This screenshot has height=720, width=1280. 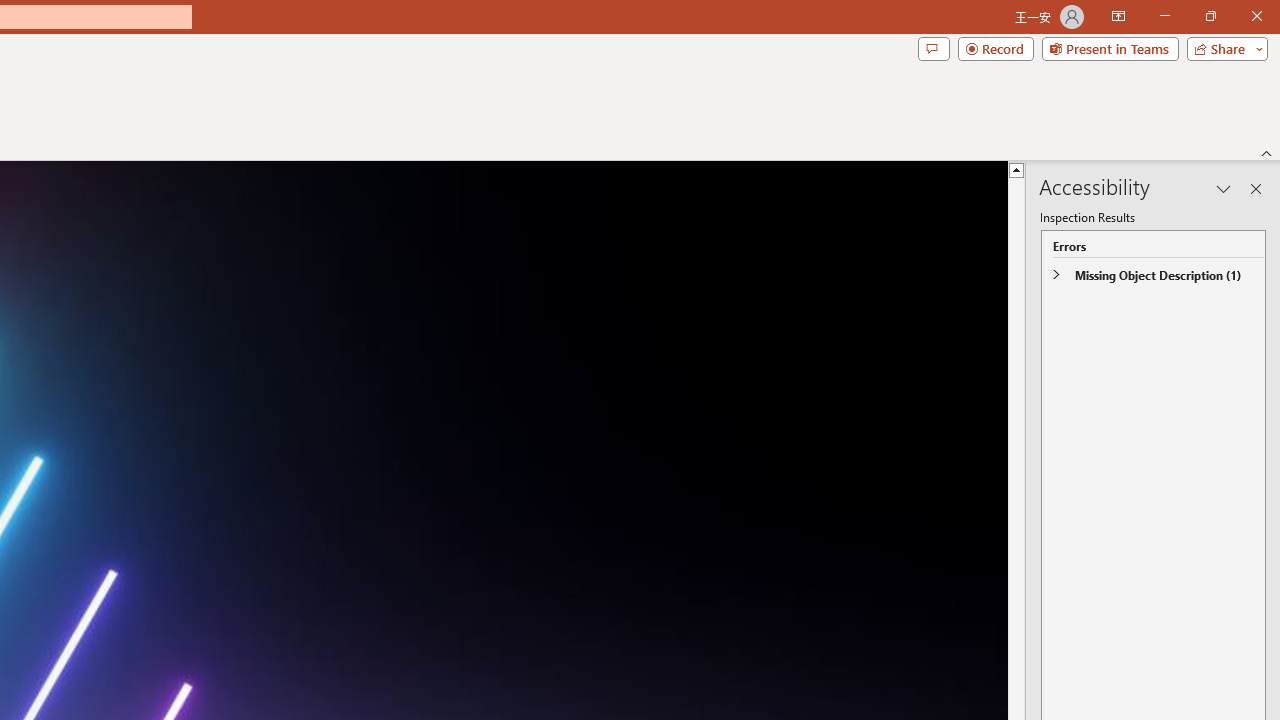 I want to click on 'Restore Down', so click(x=1209, y=16).